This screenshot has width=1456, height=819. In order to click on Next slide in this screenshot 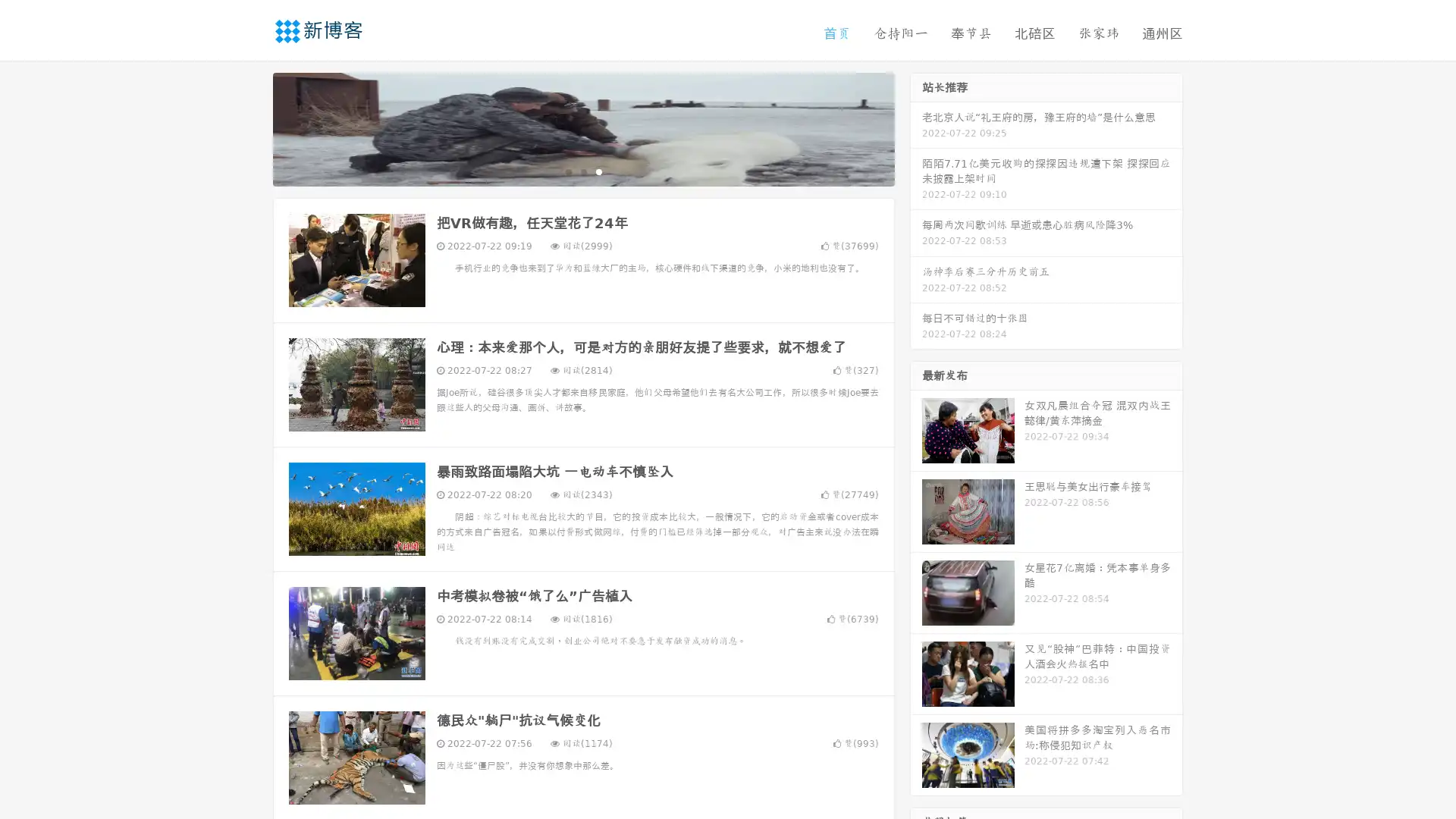, I will do `click(916, 127)`.